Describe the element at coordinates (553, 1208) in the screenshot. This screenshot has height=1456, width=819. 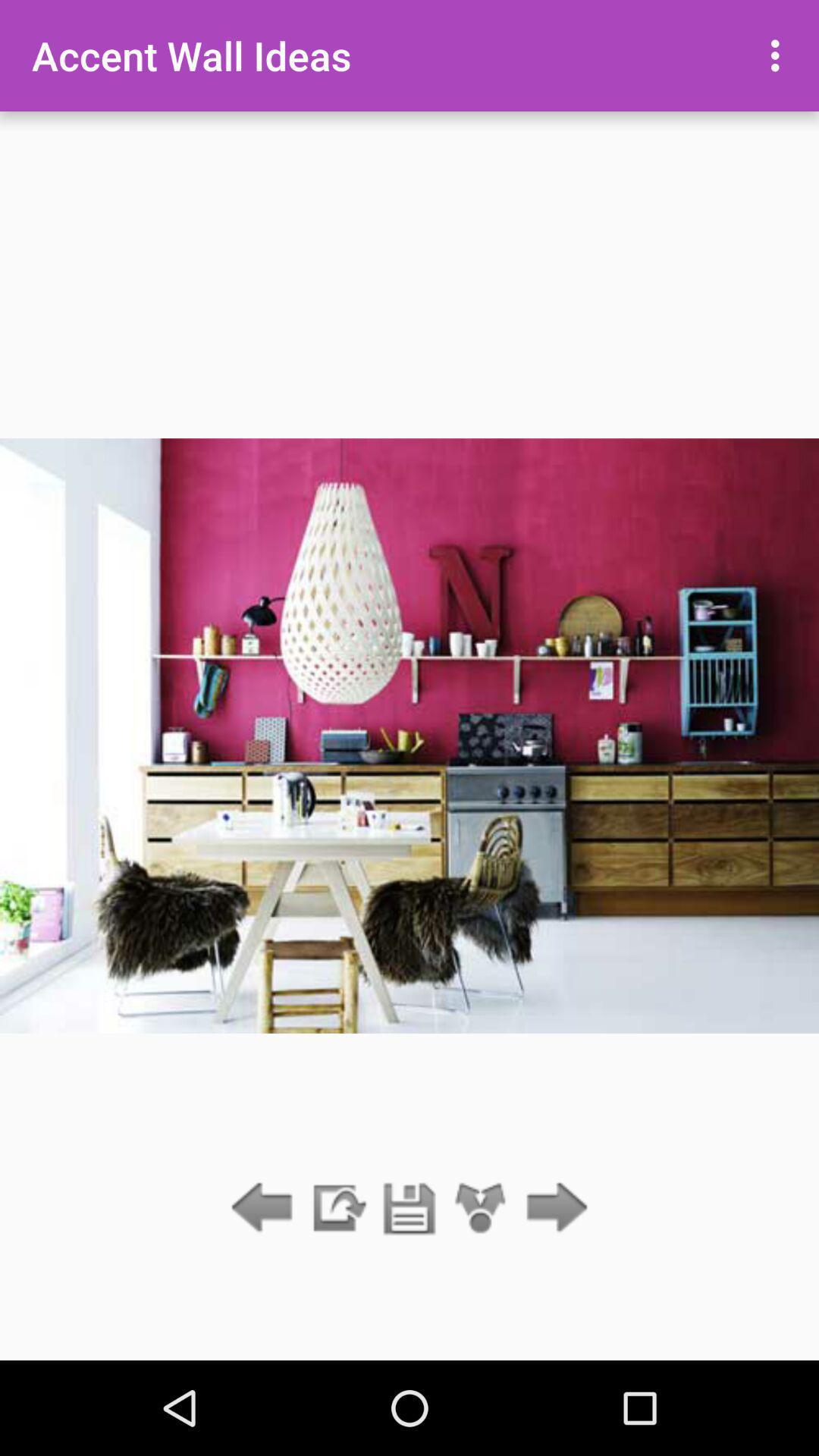
I see `next` at that location.